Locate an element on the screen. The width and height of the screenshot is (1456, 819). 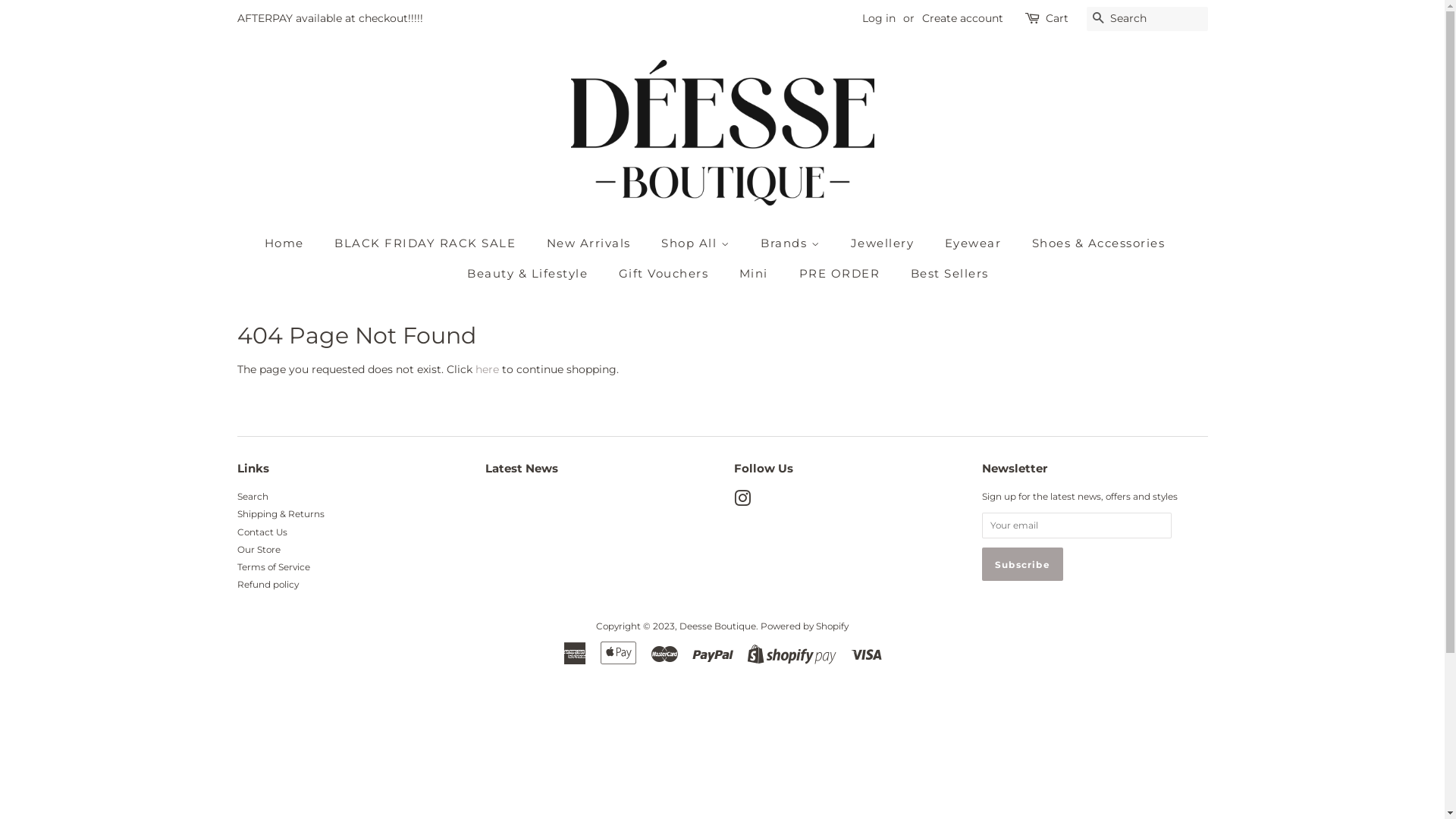
'Instagram' is located at coordinates (742, 501).